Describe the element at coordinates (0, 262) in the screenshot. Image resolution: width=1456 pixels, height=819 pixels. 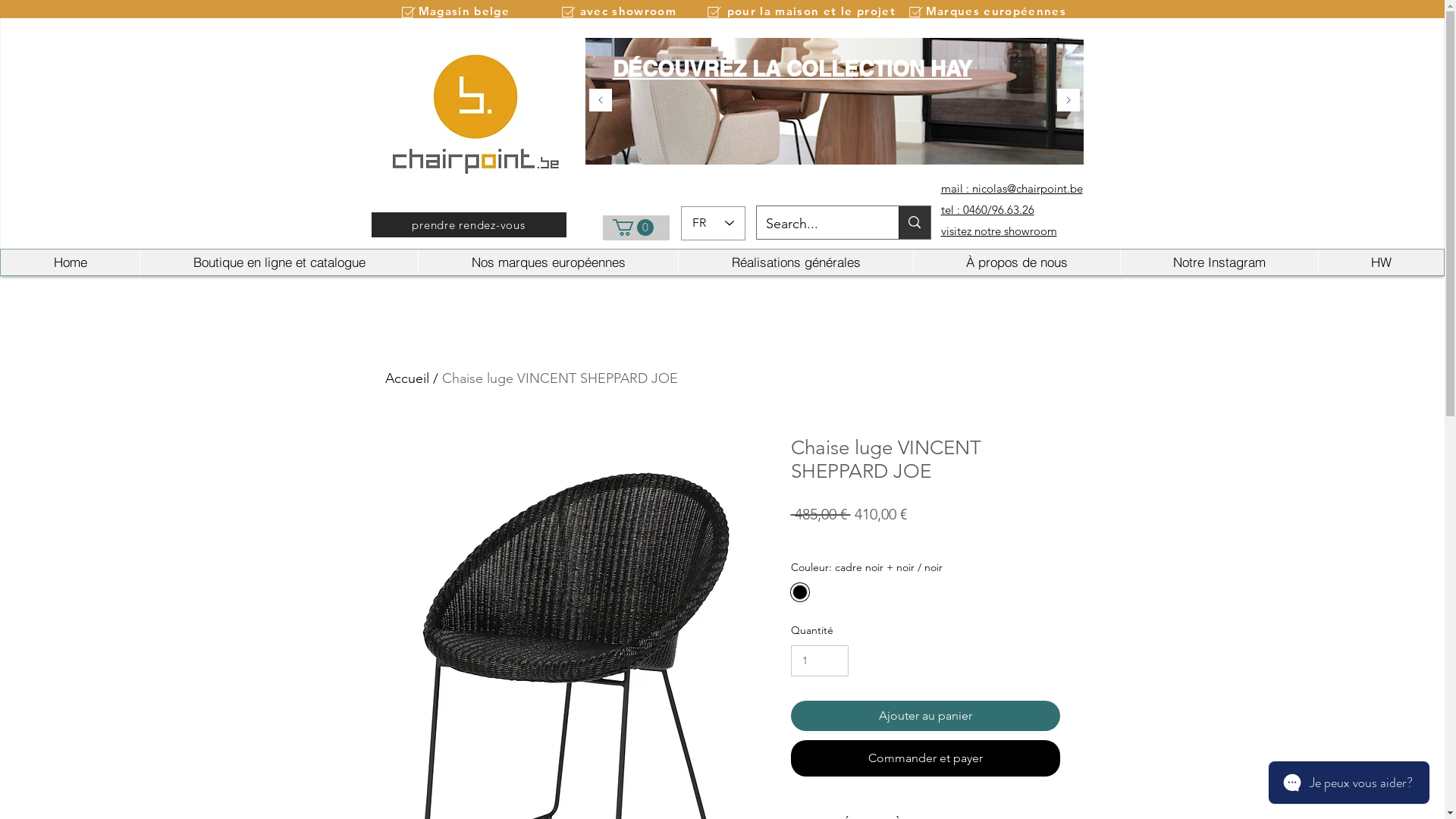
I see `'Home'` at that location.